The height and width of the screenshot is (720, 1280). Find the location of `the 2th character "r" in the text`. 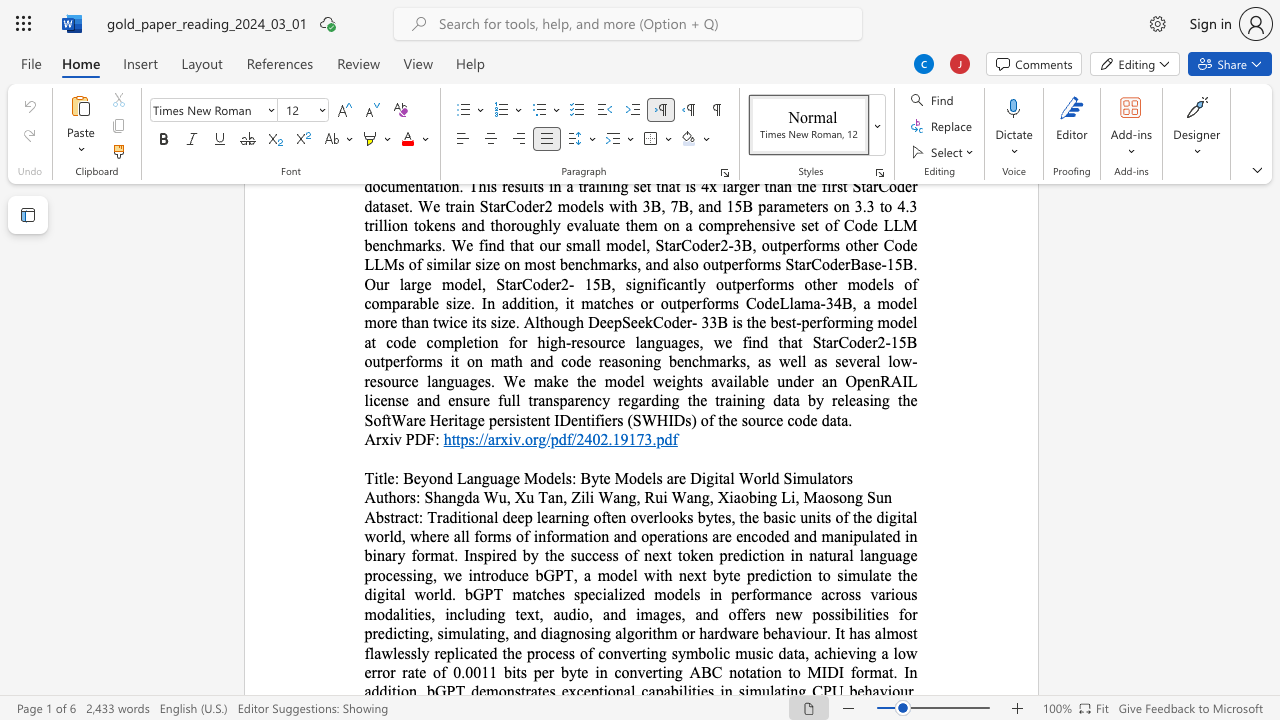

the 2th character "r" in the text is located at coordinates (763, 478).